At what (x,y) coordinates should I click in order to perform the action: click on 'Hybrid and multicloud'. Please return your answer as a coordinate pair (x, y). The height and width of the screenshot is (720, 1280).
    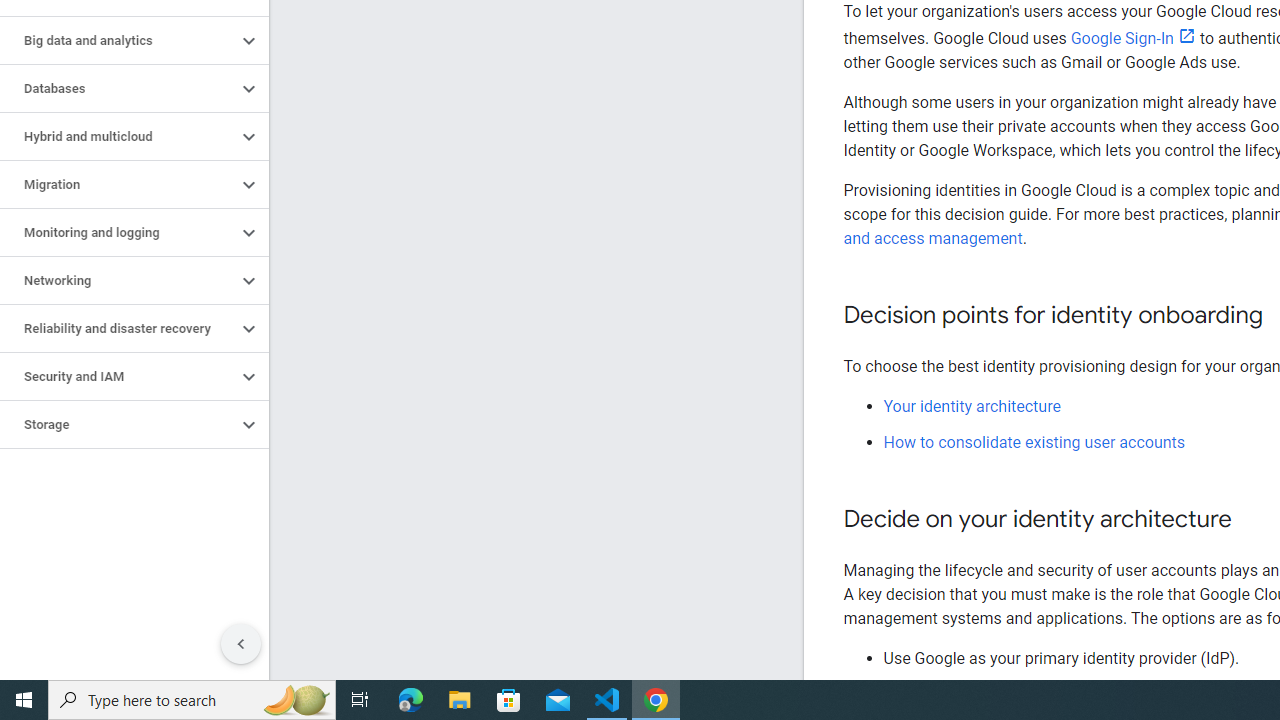
    Looking at the image, I should click on (117, 136).